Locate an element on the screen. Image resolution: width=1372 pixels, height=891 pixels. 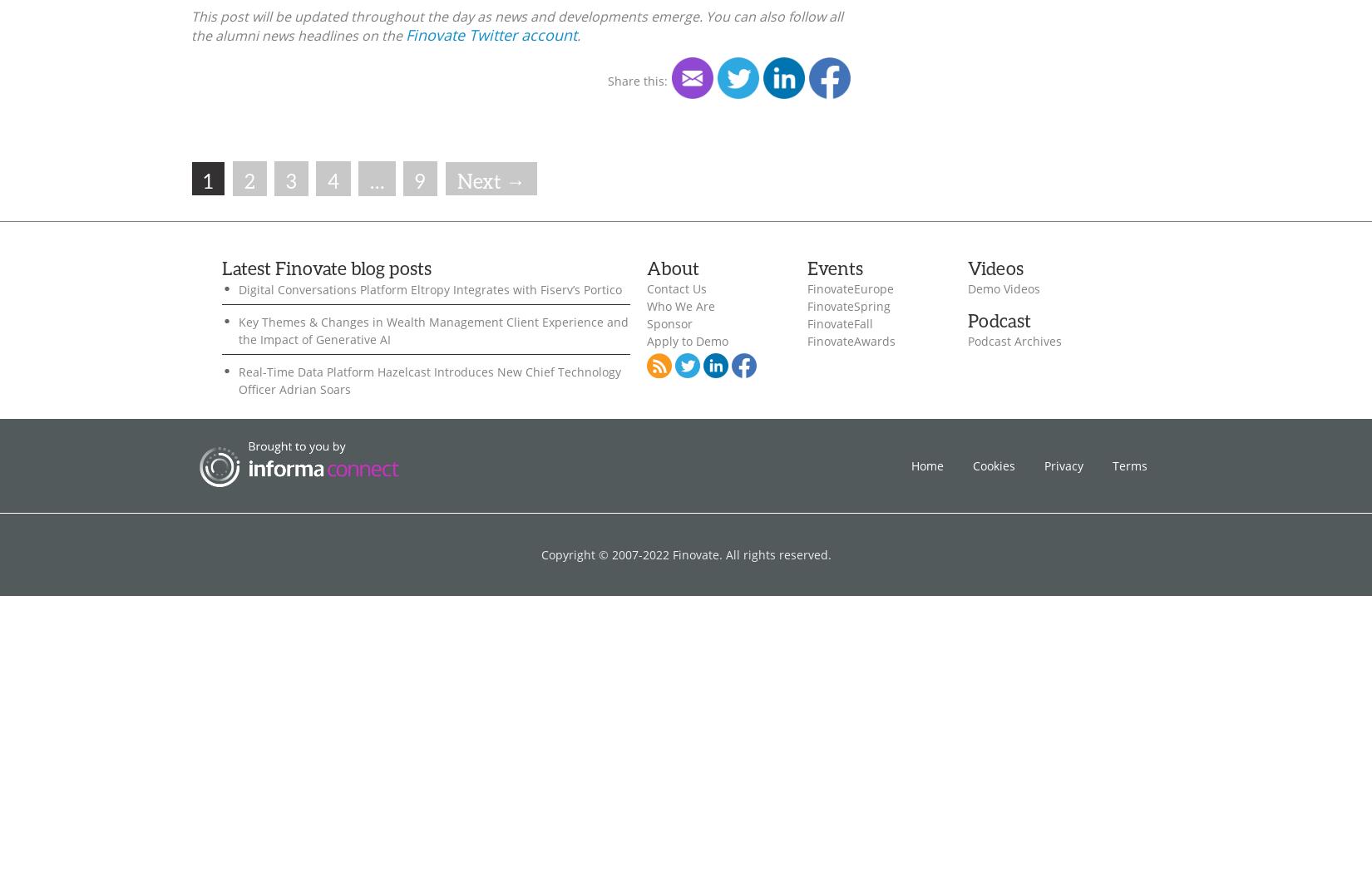
'Home' is located at coordinates (927, 464).